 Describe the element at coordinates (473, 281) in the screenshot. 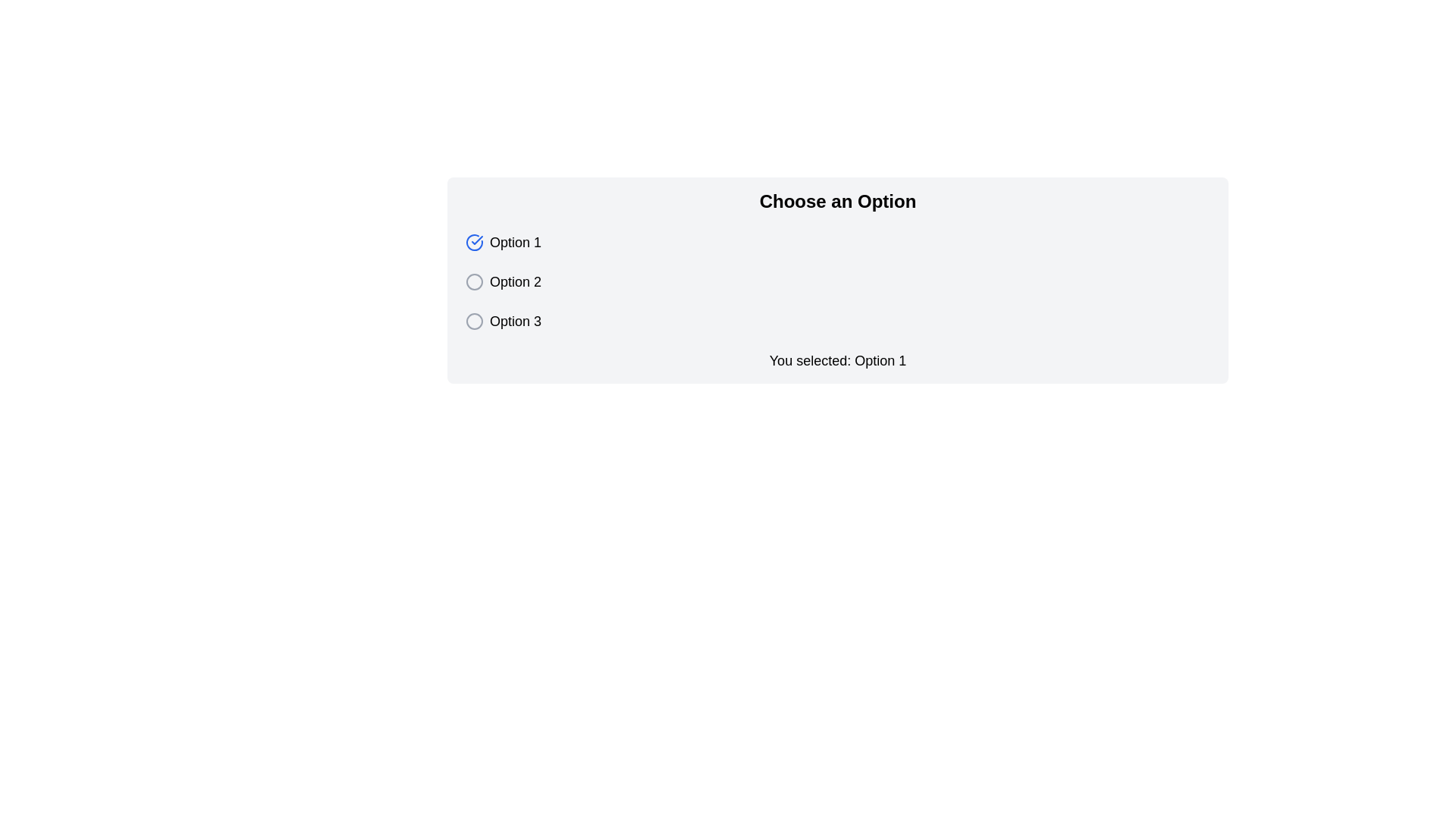

I see `the radio button indicator icon for 'Option 2', which is positioned to the left of the text label 'Option 2'` at that location.